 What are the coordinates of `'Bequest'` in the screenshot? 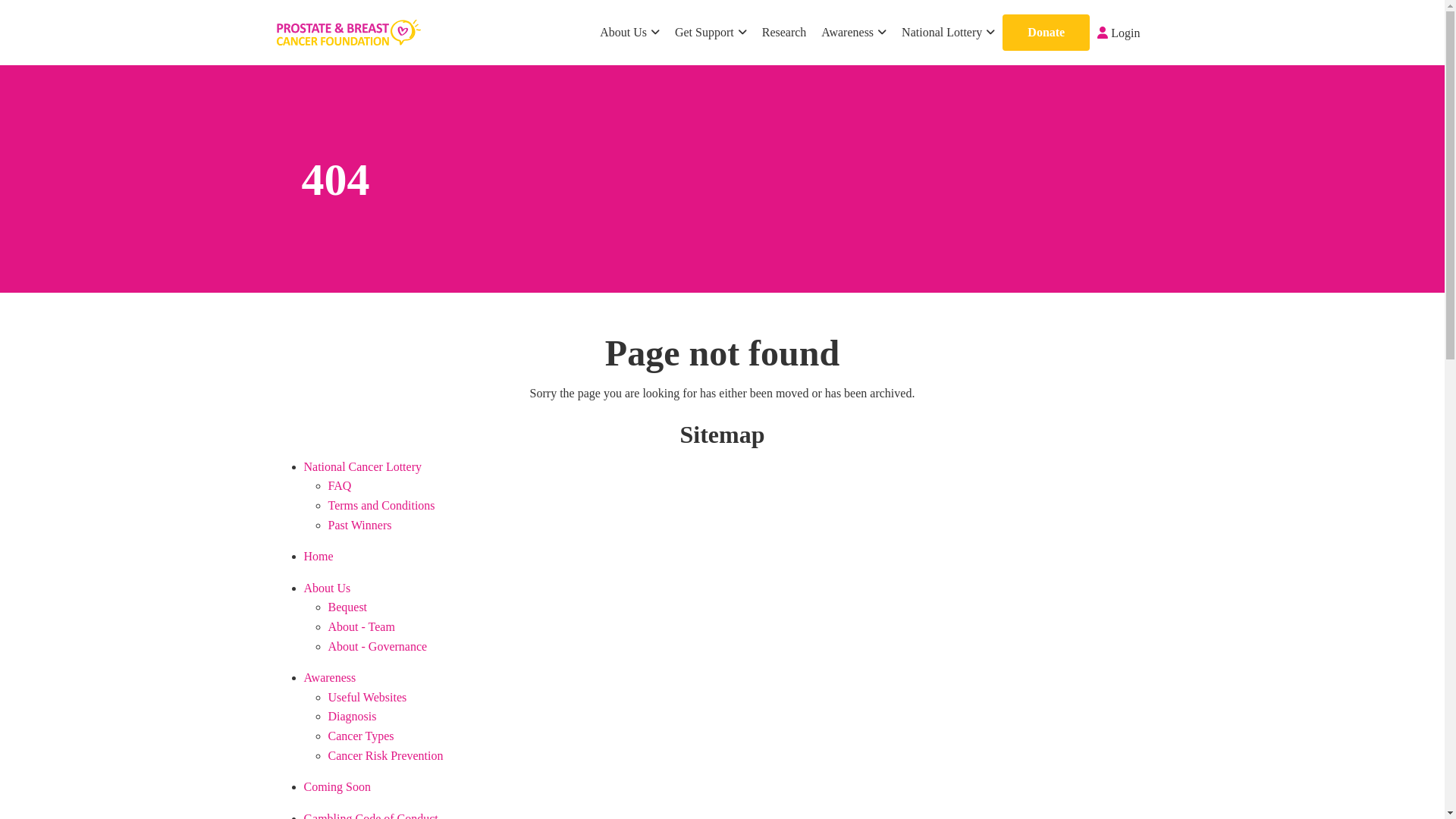 It's located at (346, 606).